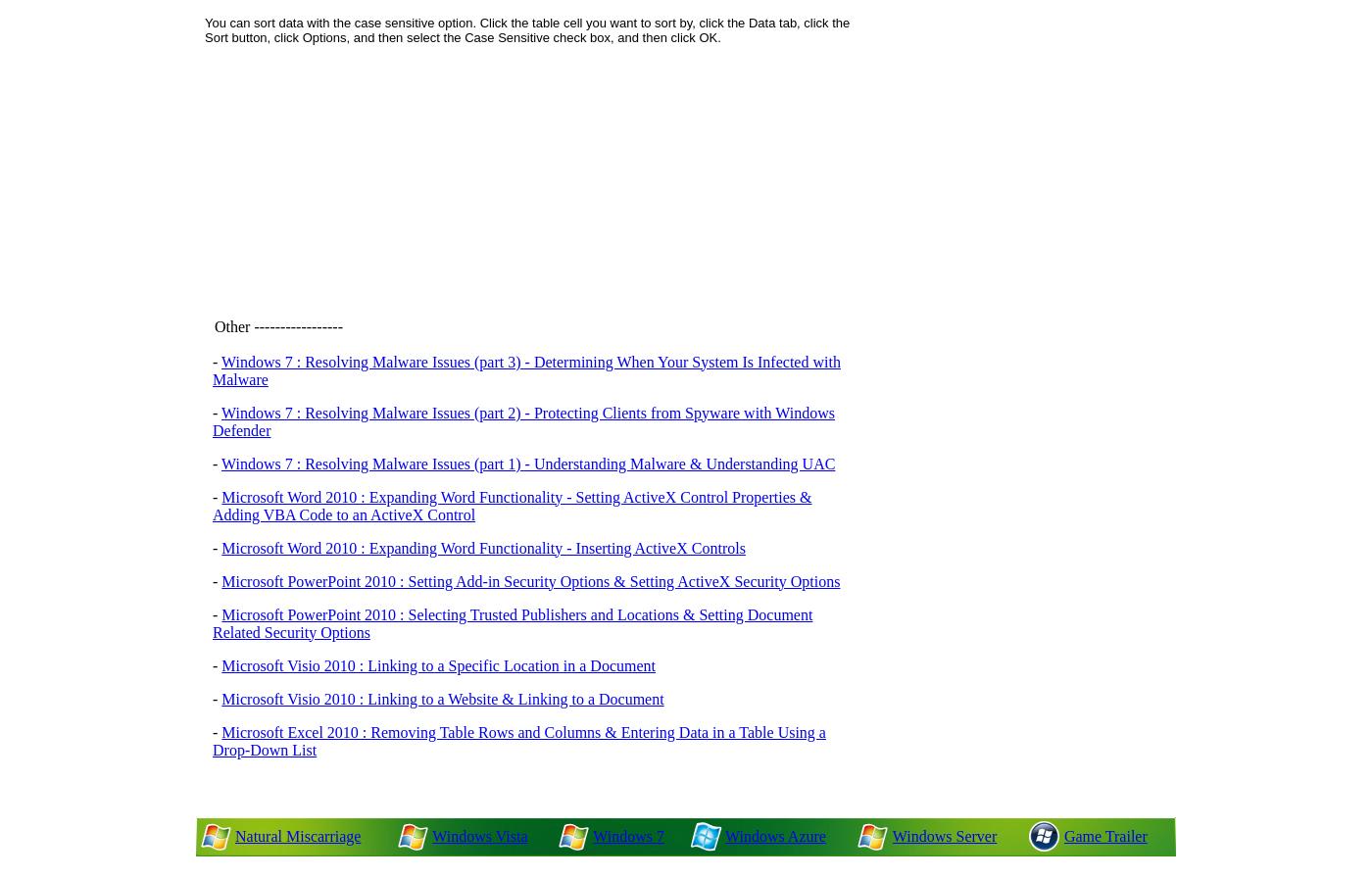 The width and height of the screenshot is (1372, 879). Describe the element at coordinates (482, 547) in the screenshot. I see `'Microsoft Word 2010 : Expanding Word Functionality - Inserting ActiveX Controls'` at that location.